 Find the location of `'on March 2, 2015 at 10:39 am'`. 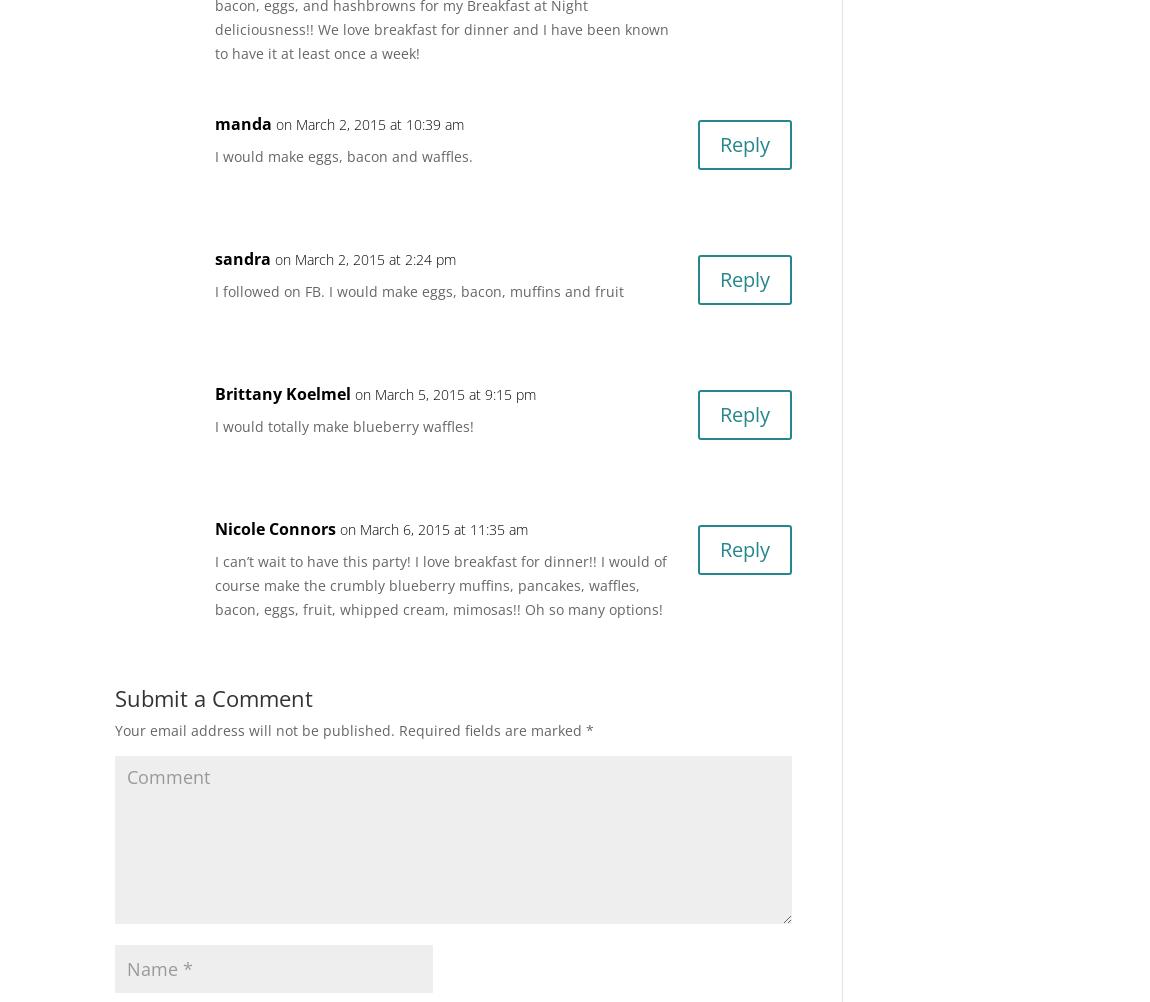

'on March 2, 2015 at 10:39 am' is located at coordinates (369, 123).